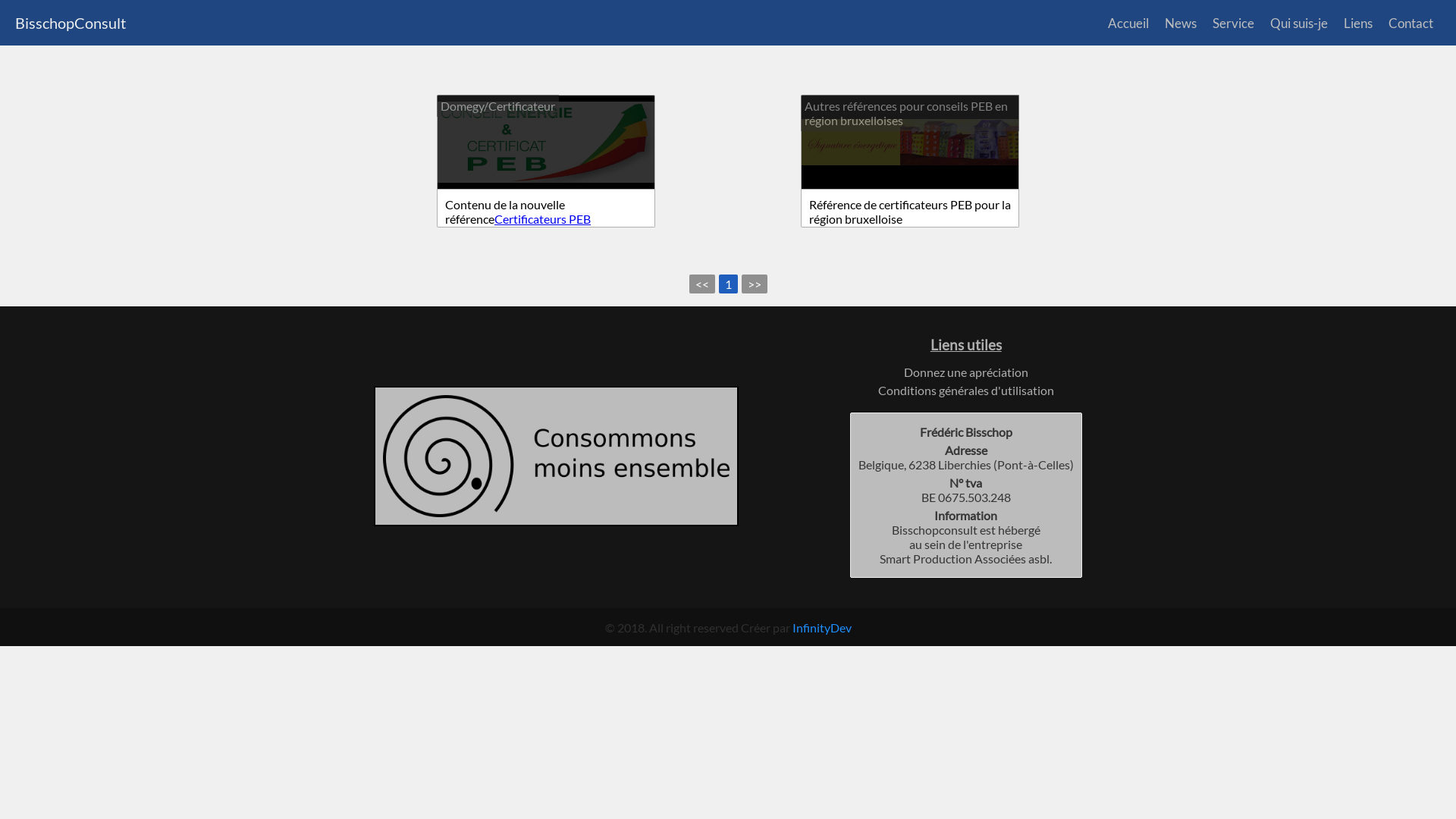  Describe the element at coordinates (1298, 23) in the screenshot. I see `'Qui suis-je'` at that location.